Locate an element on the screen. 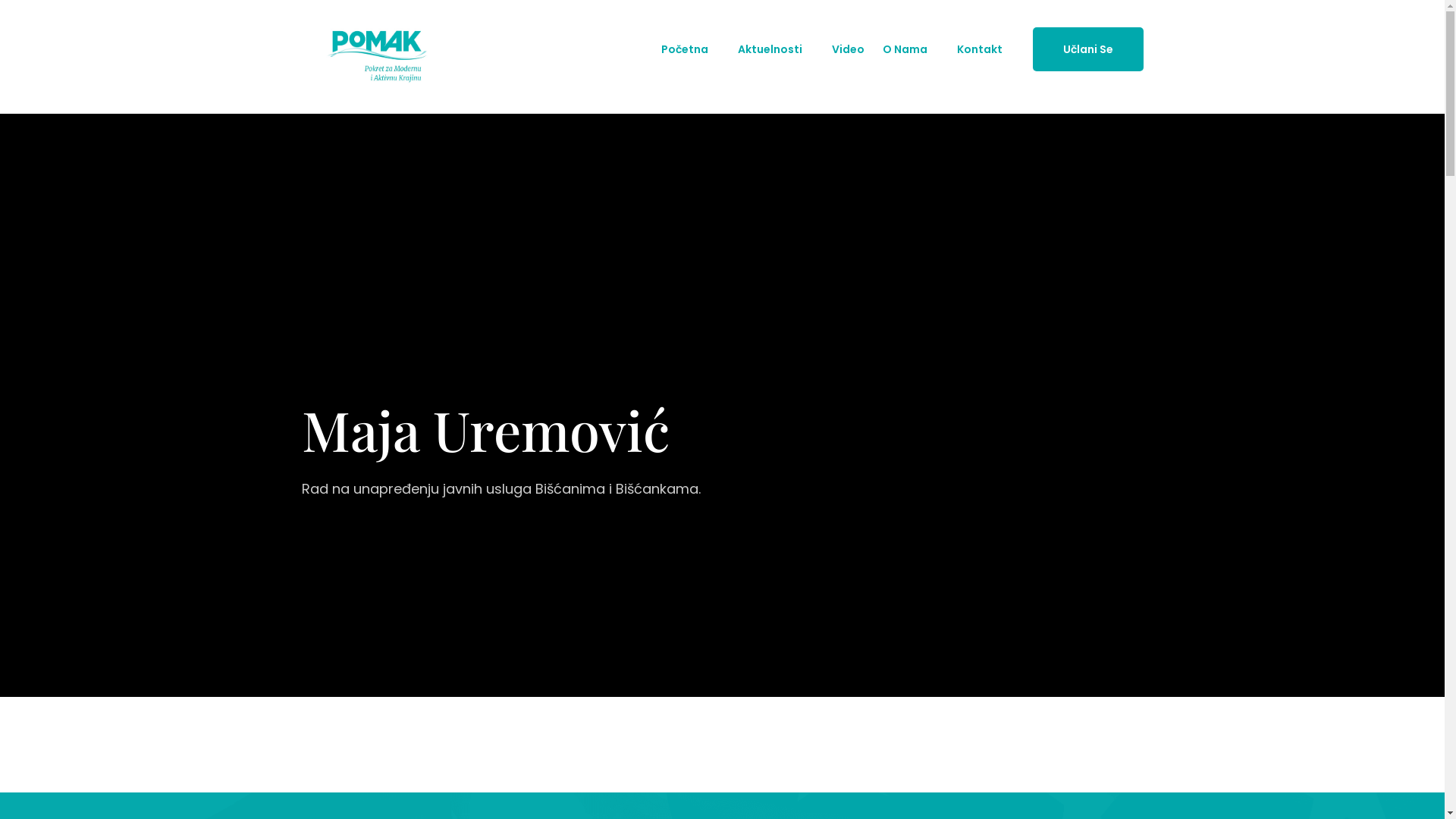 The height and width of the screenshot is (819, 1456). 'Aktuelnosti' is located at coordinates (769, 49).